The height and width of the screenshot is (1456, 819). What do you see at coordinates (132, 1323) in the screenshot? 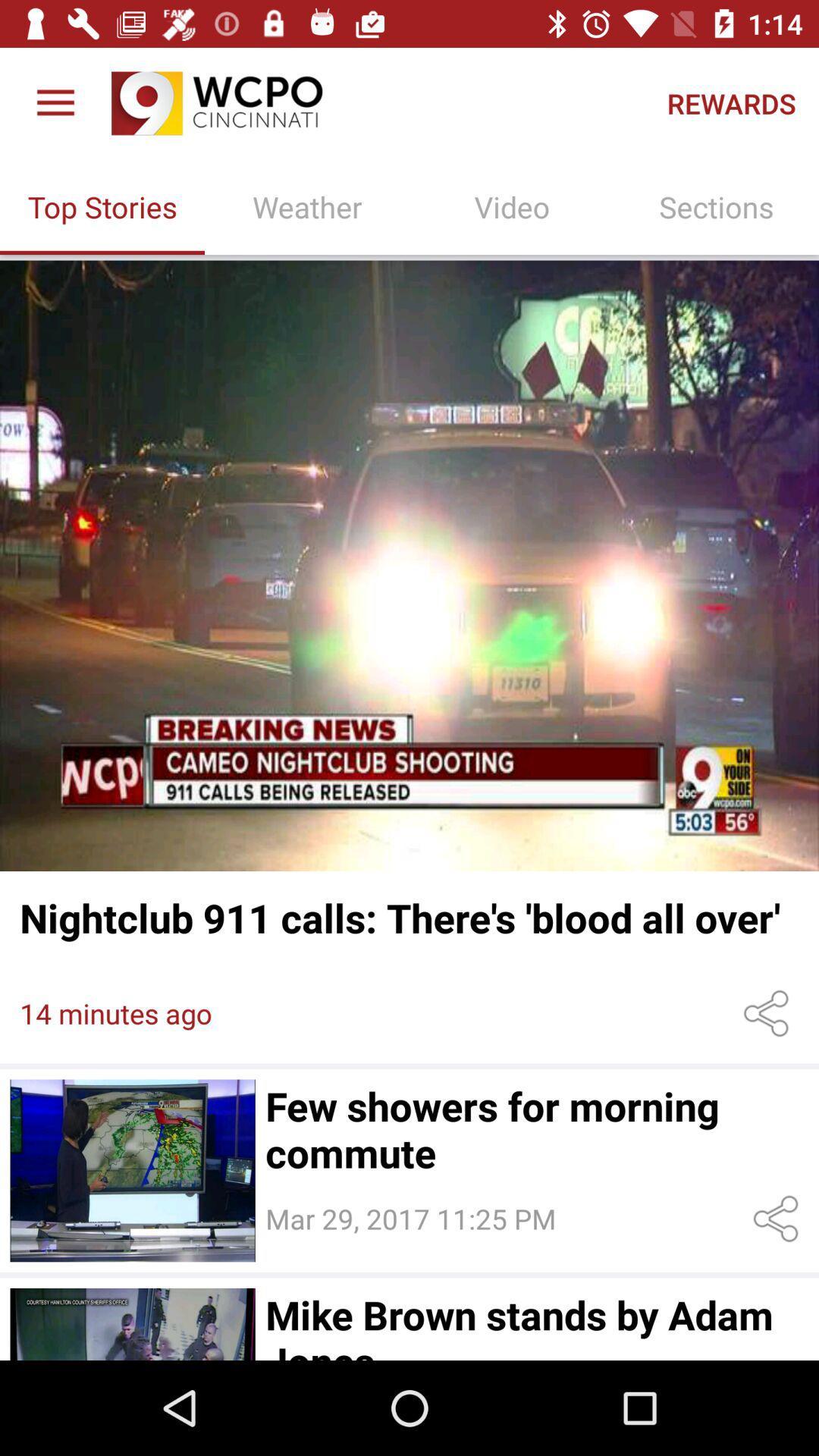
I see `this article` at bounding box center [132, 1323].